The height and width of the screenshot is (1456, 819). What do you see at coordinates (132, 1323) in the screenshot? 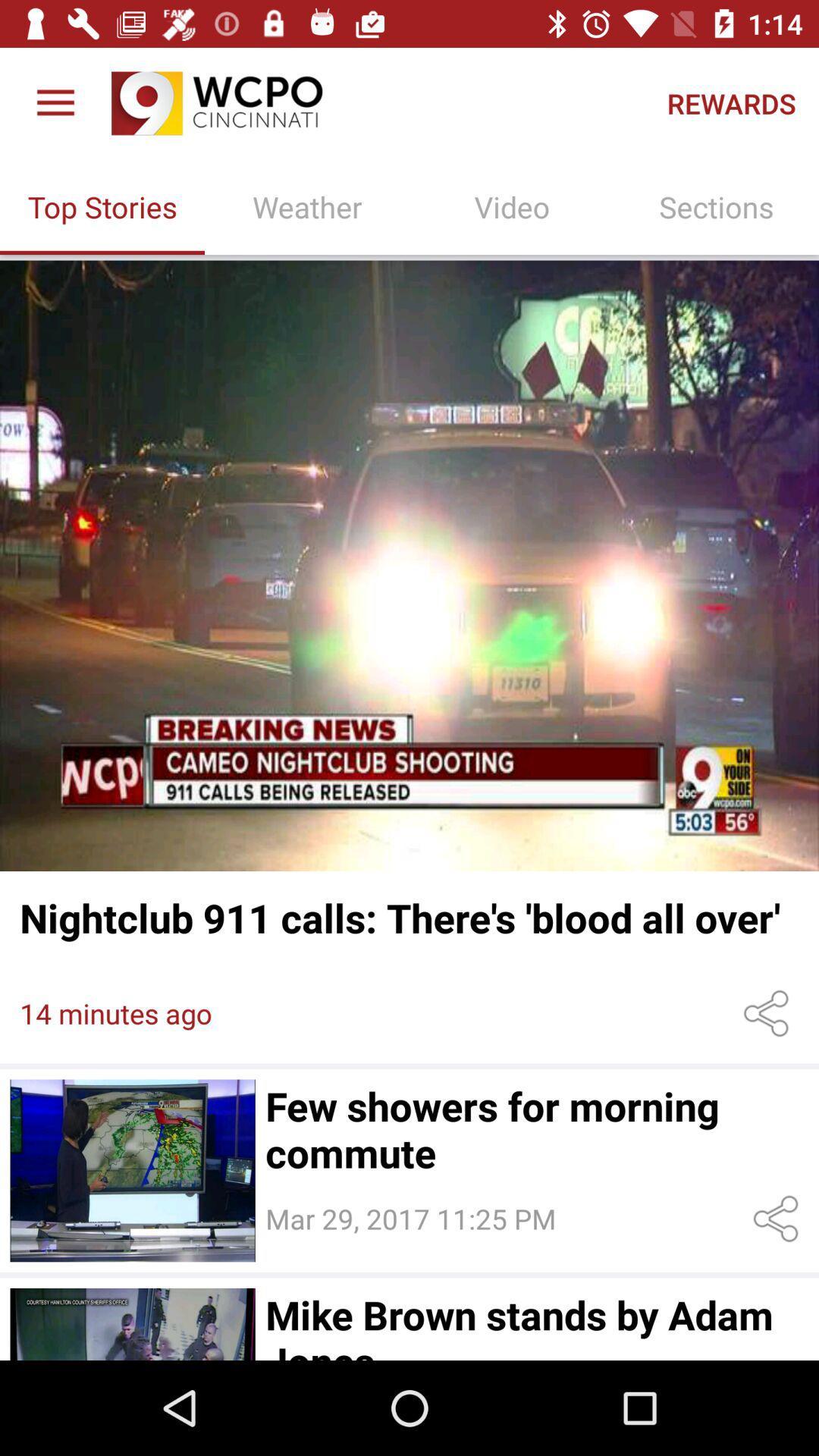
I see `this article` at bounding box center [132, 1323].